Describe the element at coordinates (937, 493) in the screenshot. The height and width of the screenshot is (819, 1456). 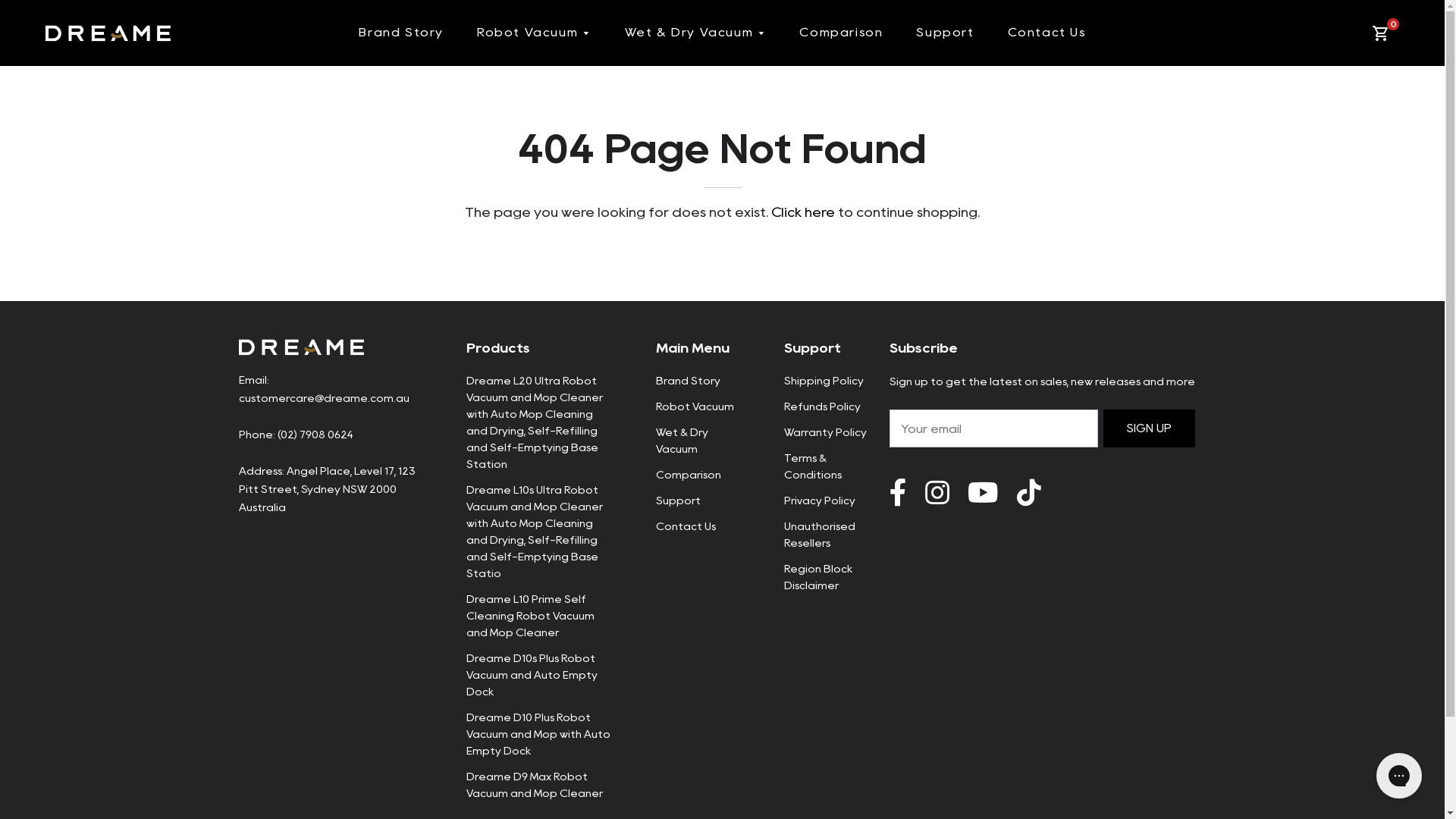
I see `'Dreame Technology Australia on Instagram'` at that location.